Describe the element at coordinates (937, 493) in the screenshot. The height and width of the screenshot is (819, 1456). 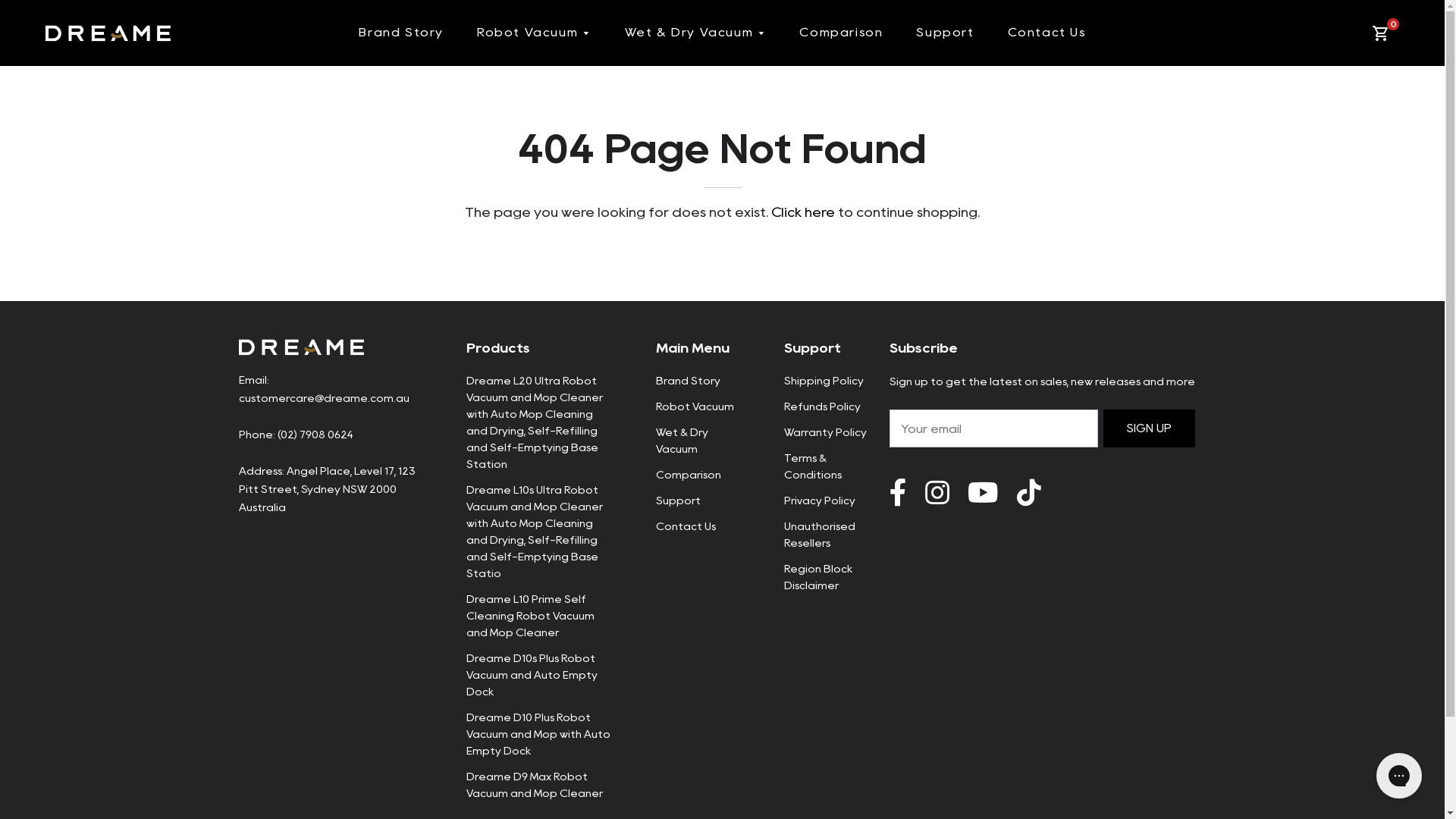
I see `'Dreame Technology Australia on Instagram'` at that location.